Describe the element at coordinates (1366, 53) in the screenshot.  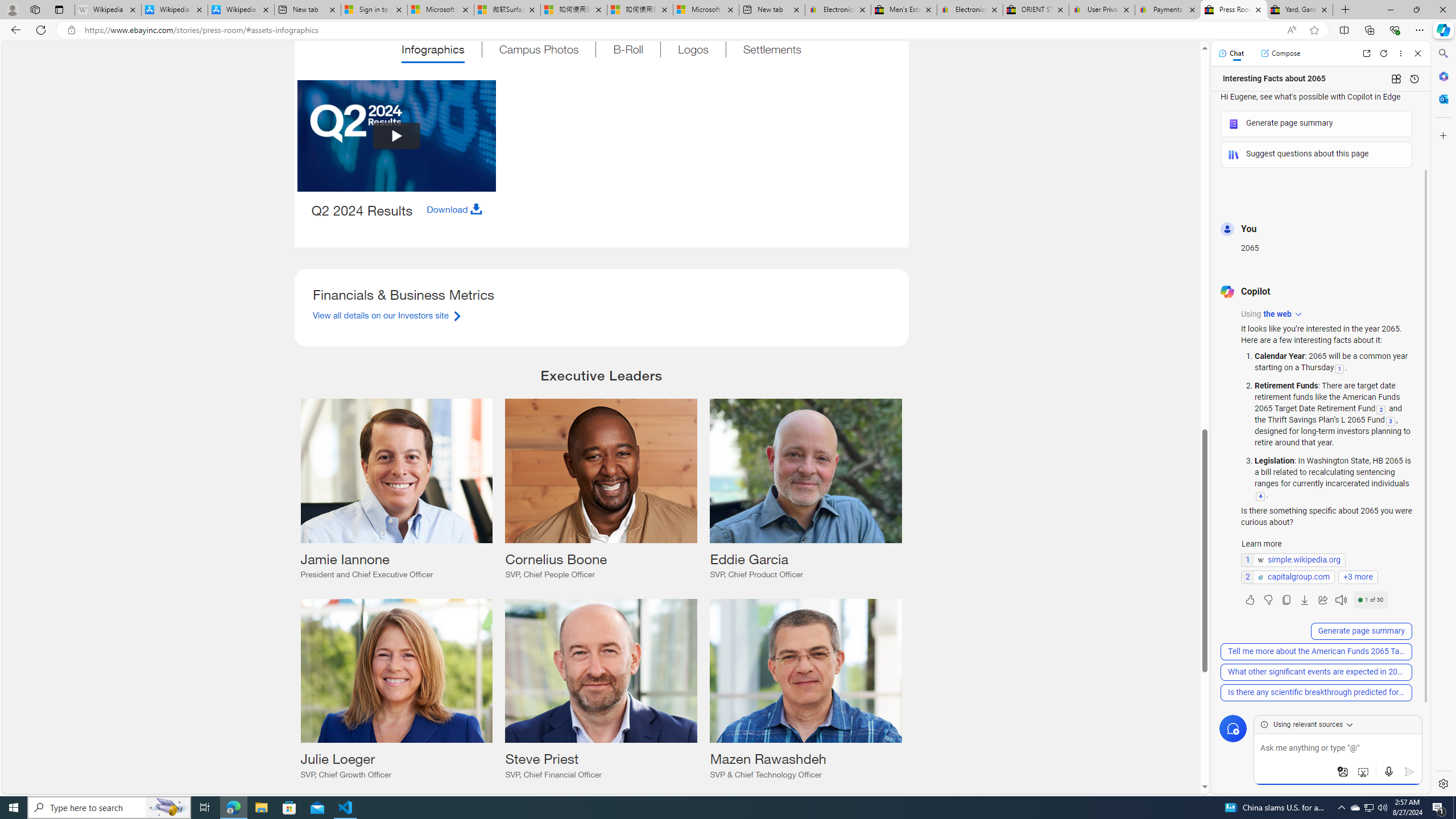
I see `'Open link in new tab'` at that location.